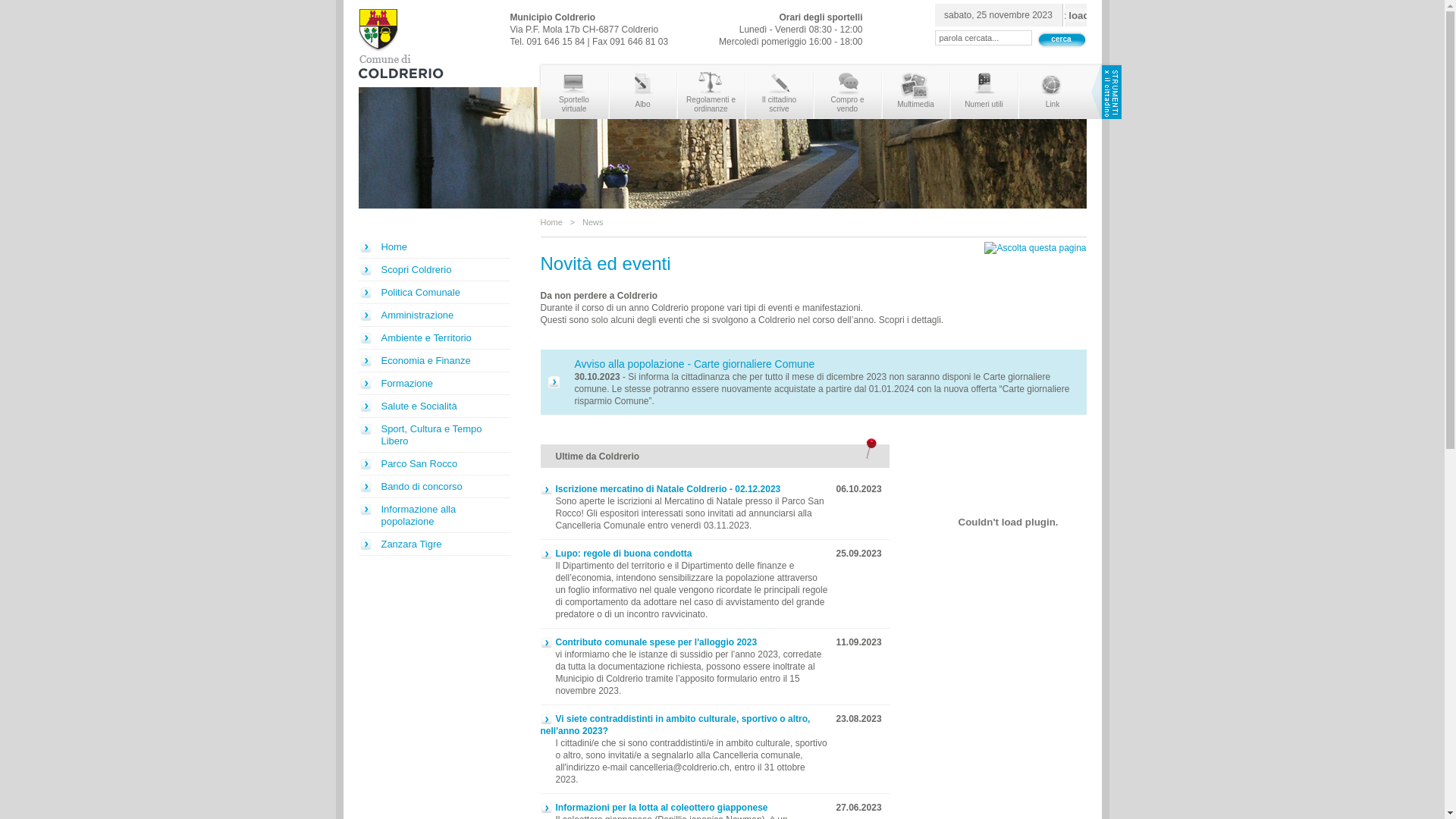 The image size is (1456, 819). What do you see at coordinates (432, 382) in the screenshot?
I see `'Formazione'` at bounding box center [432, 382].